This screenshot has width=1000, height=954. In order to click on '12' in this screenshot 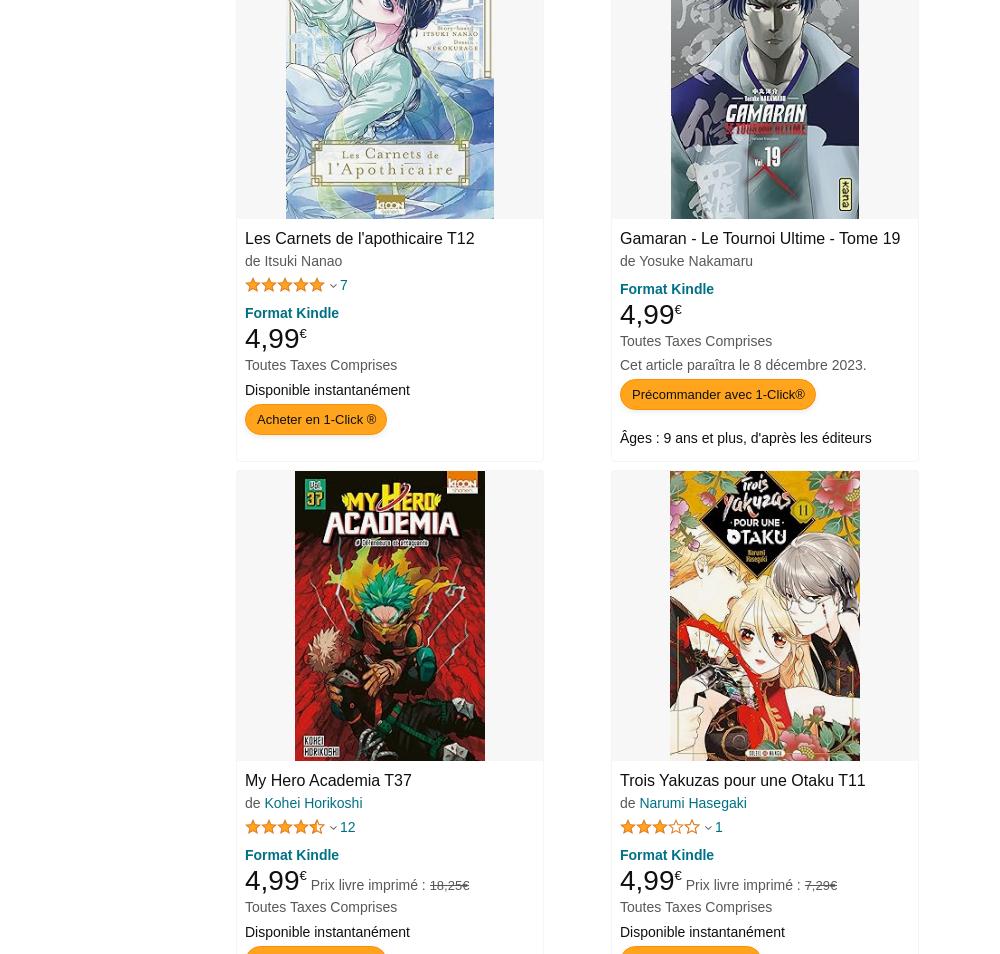, I will do `click(346, 825)`.